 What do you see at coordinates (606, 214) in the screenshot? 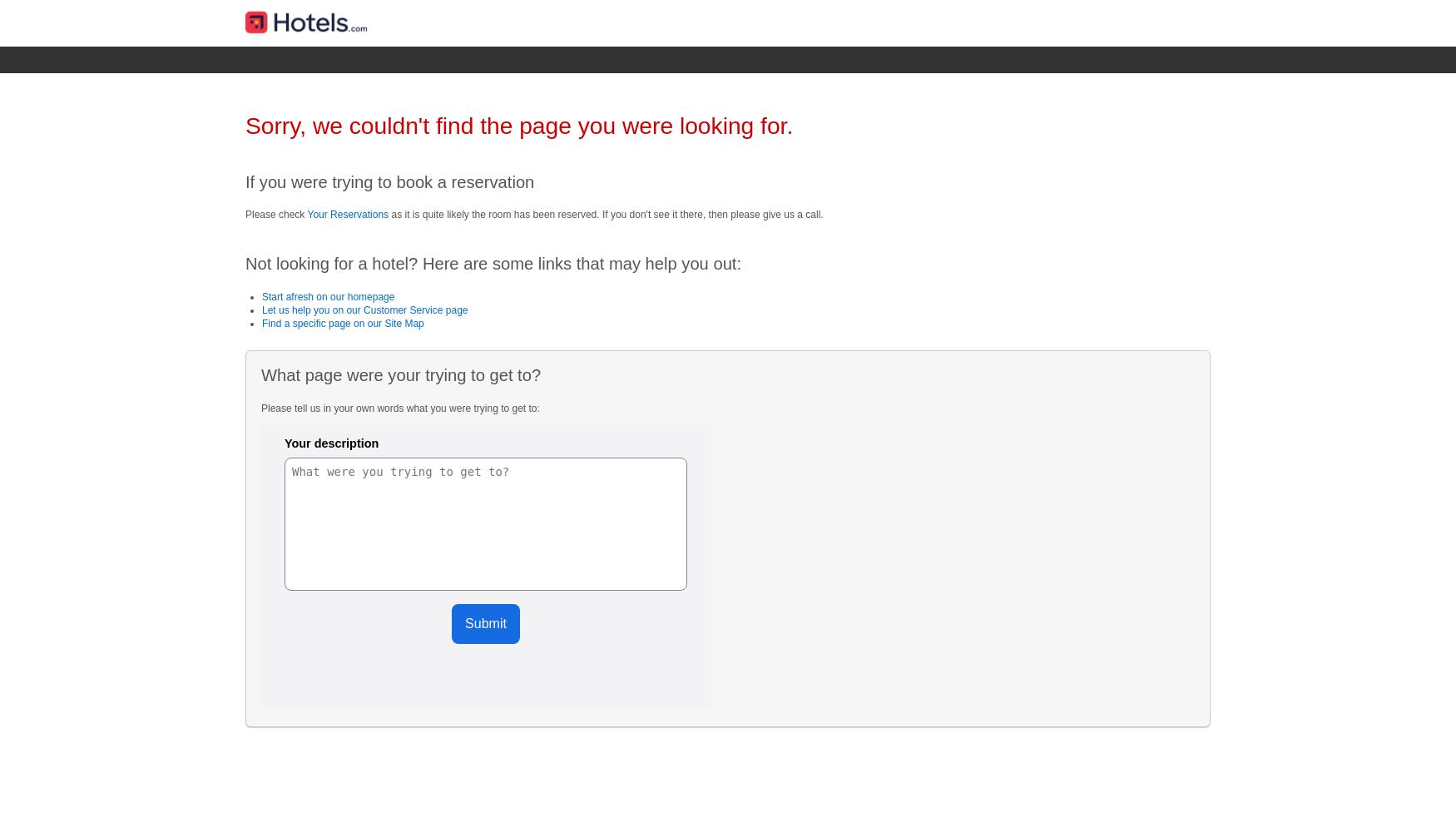
I see `'as it is quite likely the room has been reserved. If you don't see it there, then please give us a call.'` at bounding box center [606, 214].